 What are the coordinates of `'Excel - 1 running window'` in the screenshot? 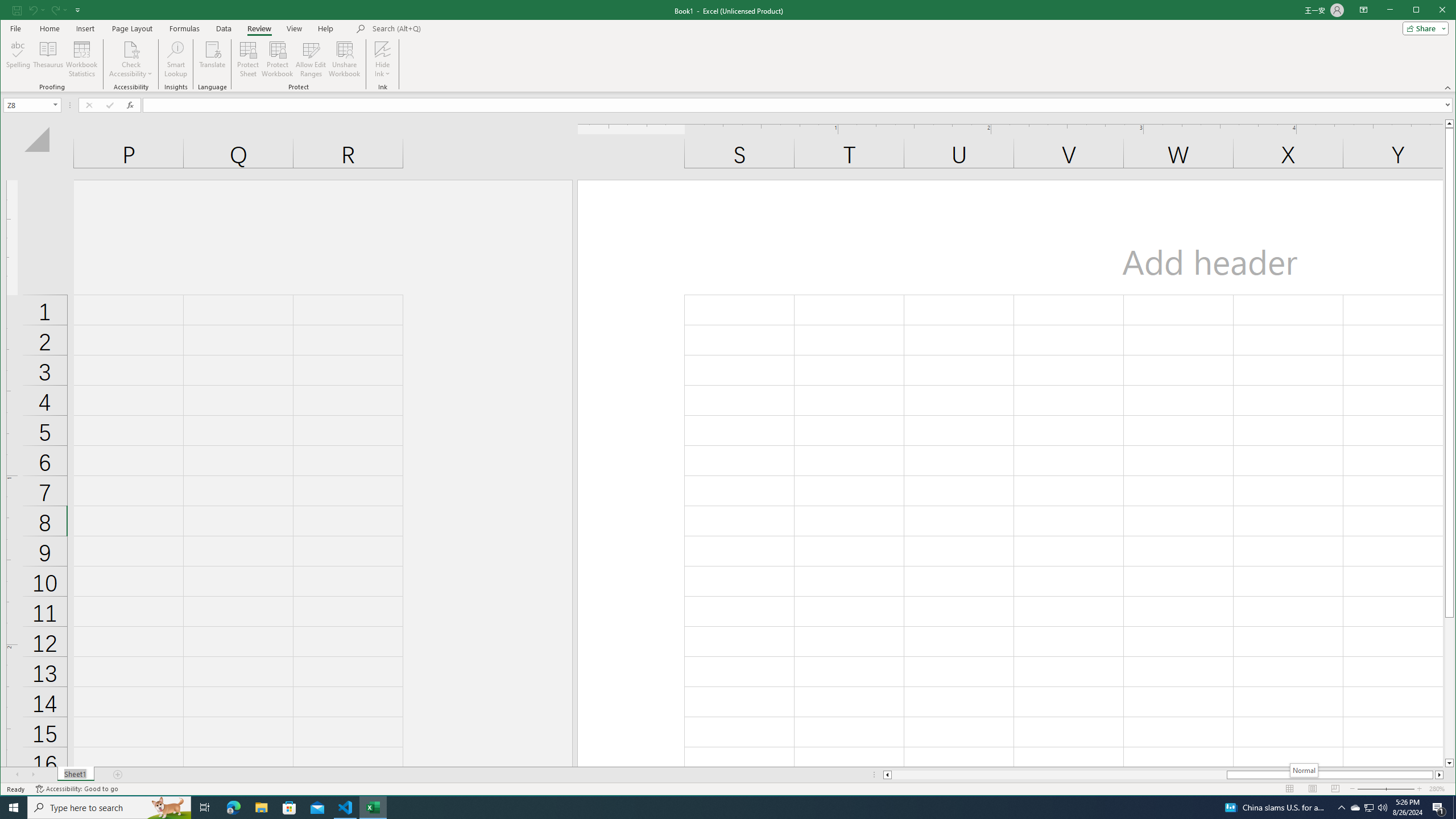 It's located at (373, 806).